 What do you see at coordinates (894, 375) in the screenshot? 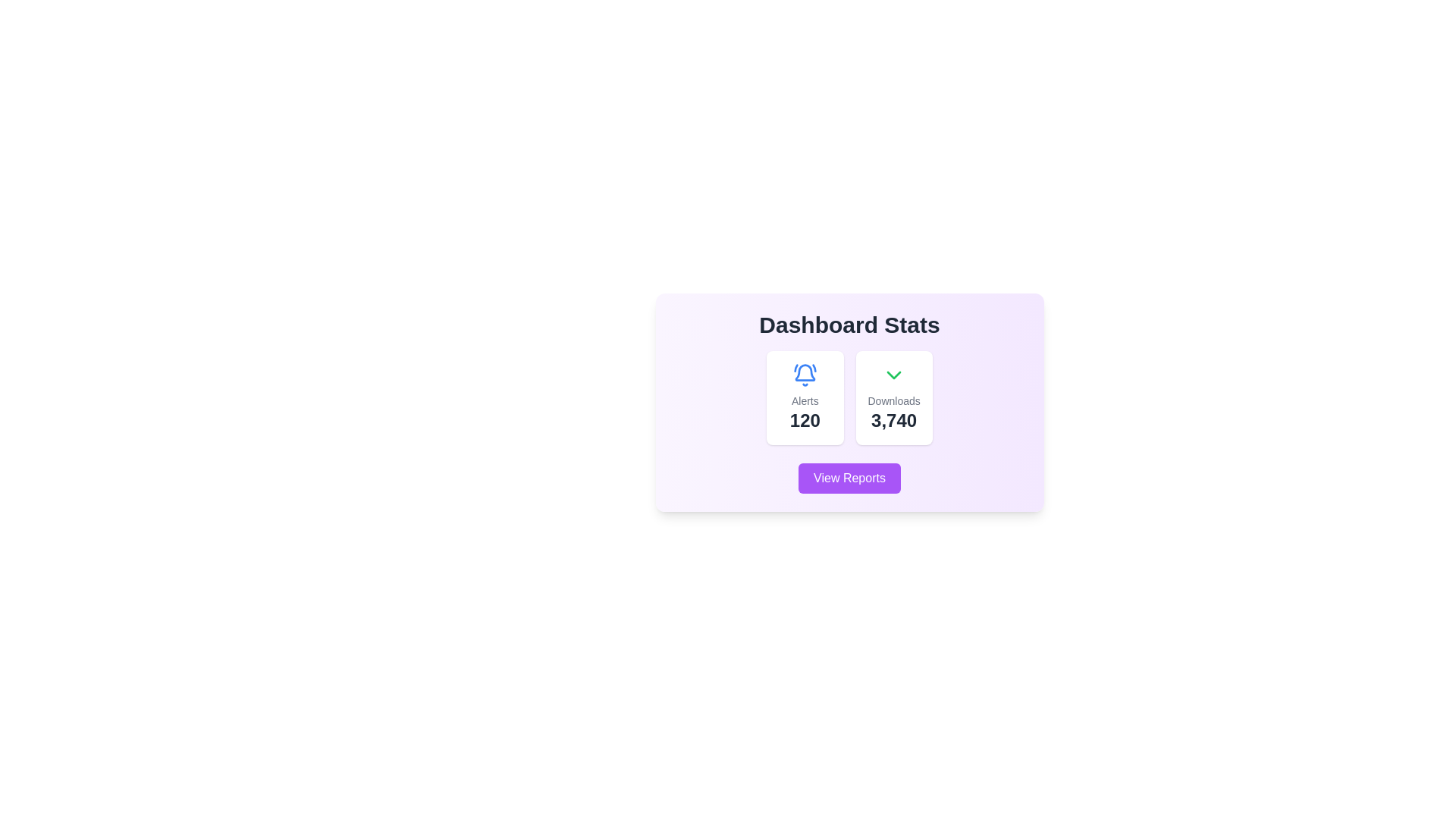
I see `the green downward-pointing chevron icon located above the 'Downloads' text and the number '3,740' for accessibility navigation` at bounding box center [894, 375].